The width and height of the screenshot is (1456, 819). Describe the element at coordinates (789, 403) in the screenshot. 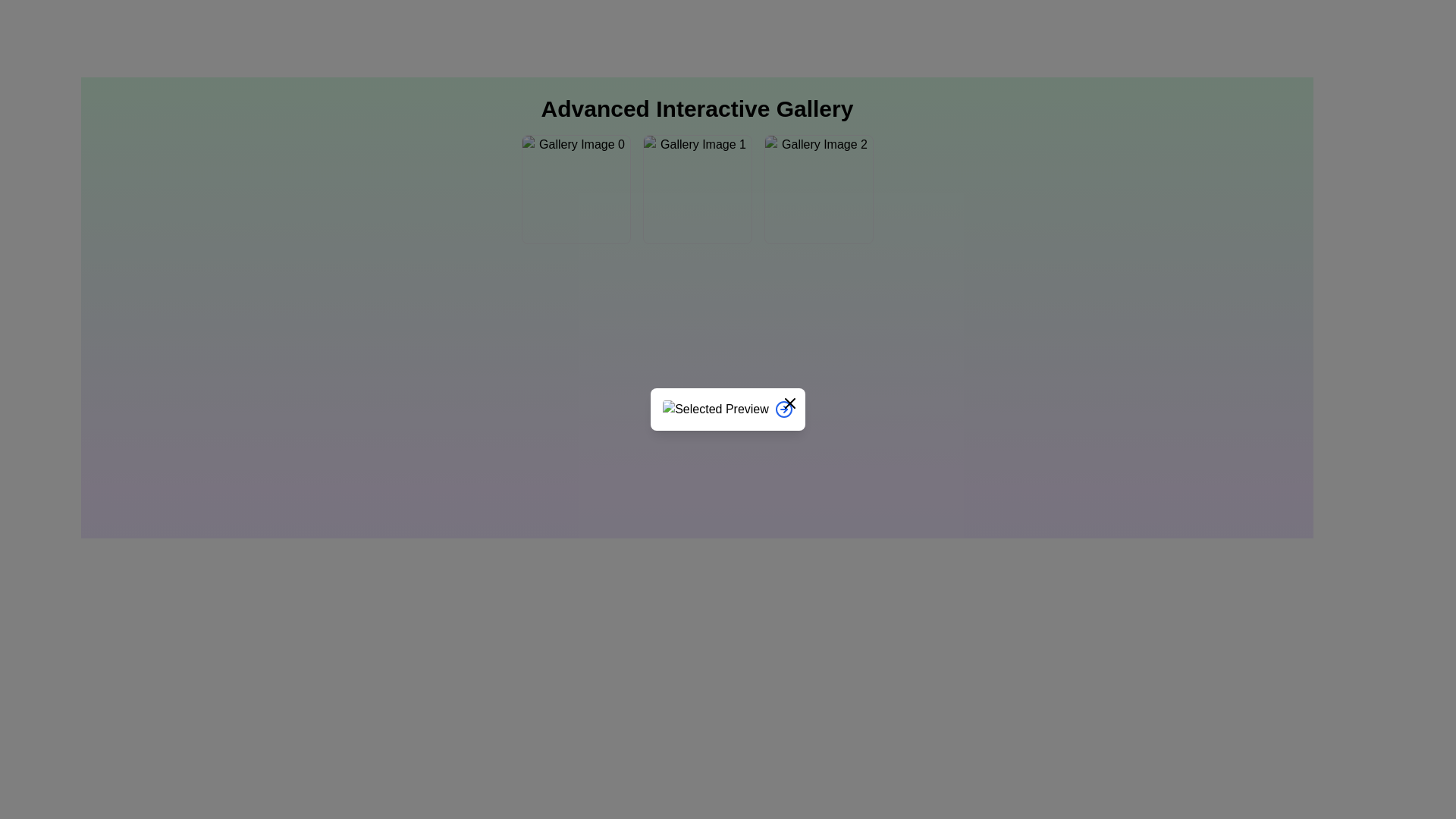

I see `the close button (styled as an 'X') located at the top-right corner of the white dialog box, above the 'Selected Preview' image` at that location.